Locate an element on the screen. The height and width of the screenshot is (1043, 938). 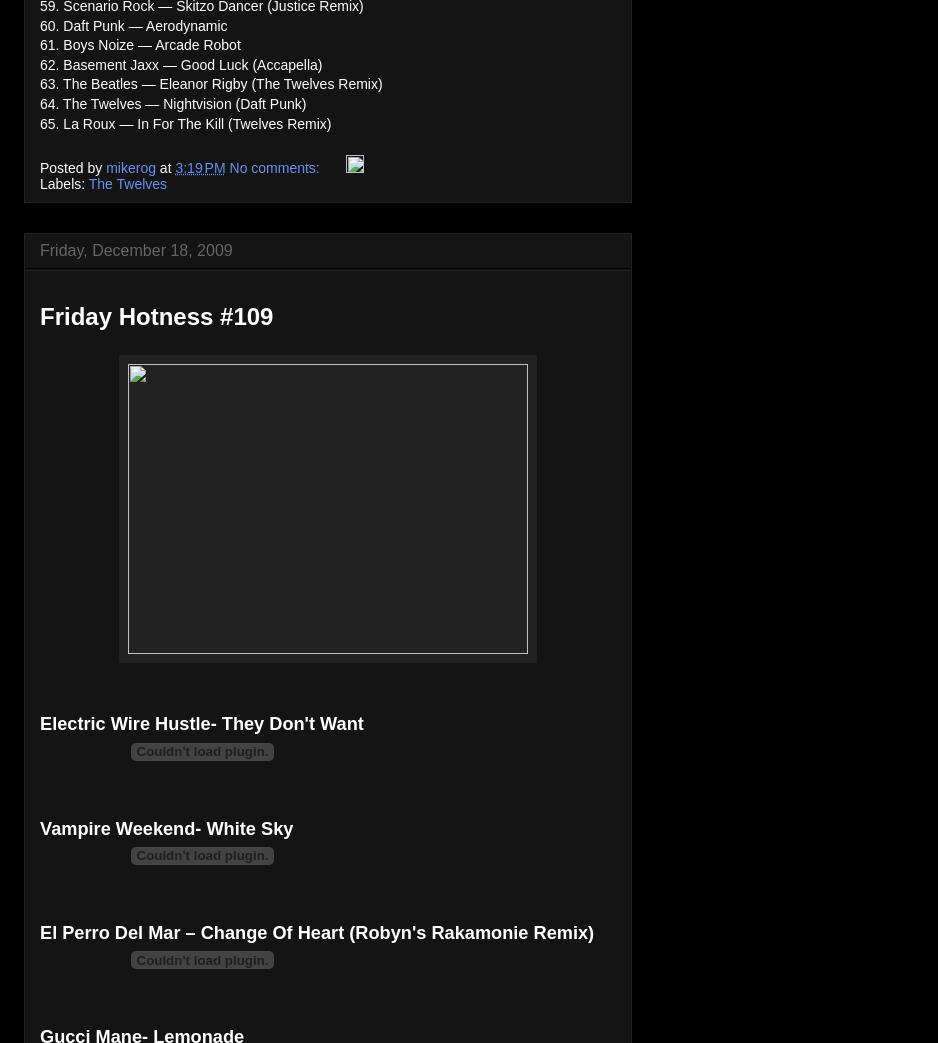
'Labels:' is located at coordinates (62, 182).